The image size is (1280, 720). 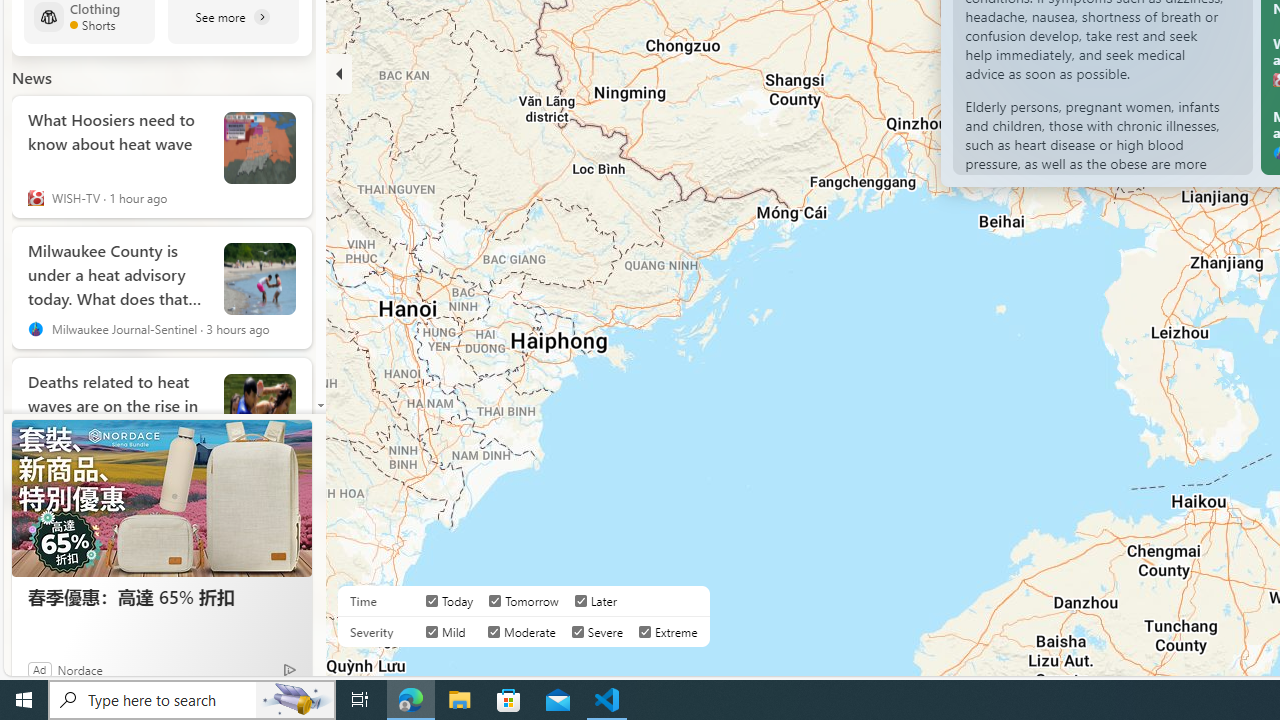 What do you see at coordinates (35, 198) in the screenshot?
I see `'WISH-TV'` at bounding box center [35, 198].